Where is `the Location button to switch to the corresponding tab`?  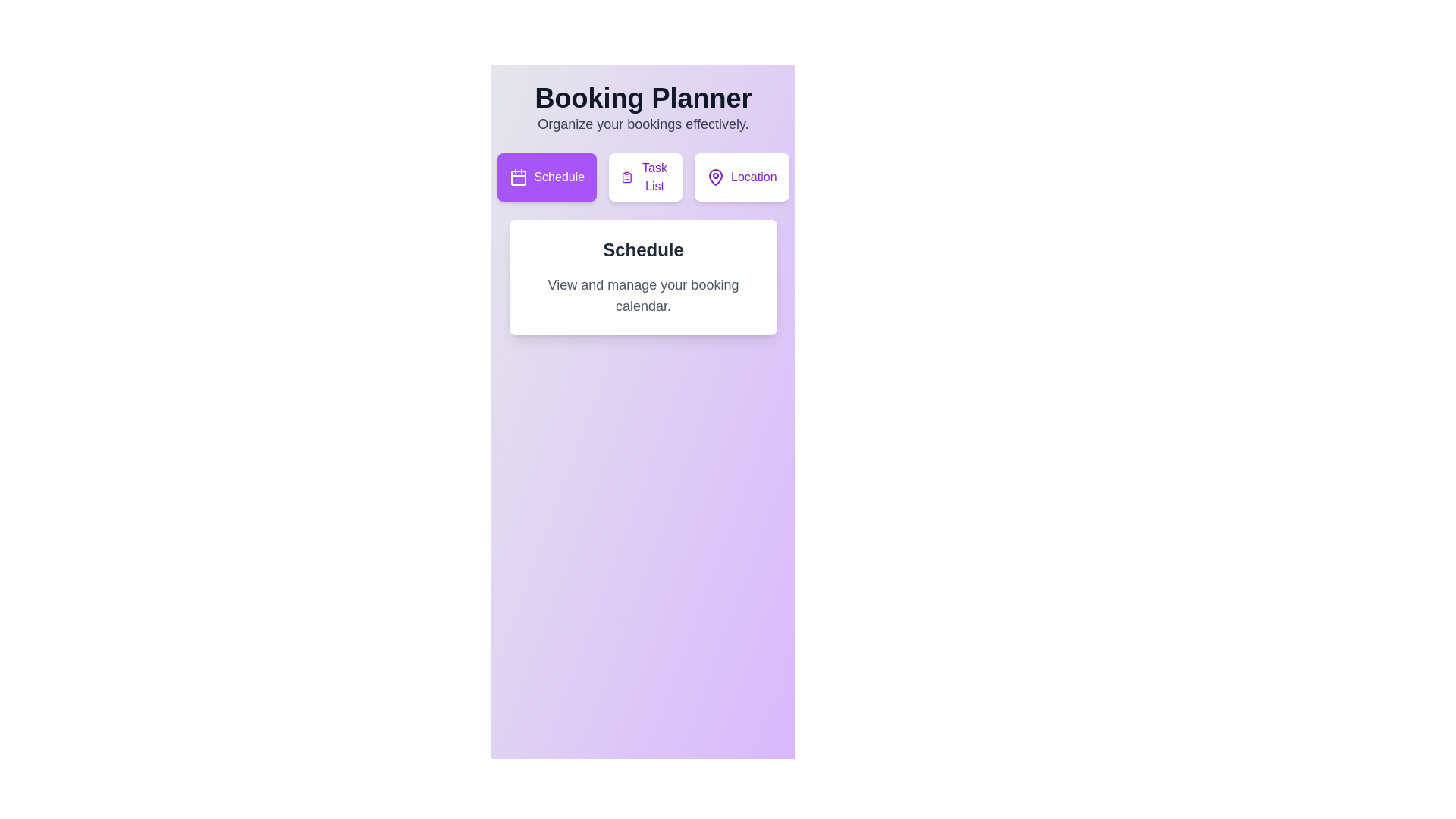
the Location button to switch to the corresponding tab is located at coordinates (742, 177).